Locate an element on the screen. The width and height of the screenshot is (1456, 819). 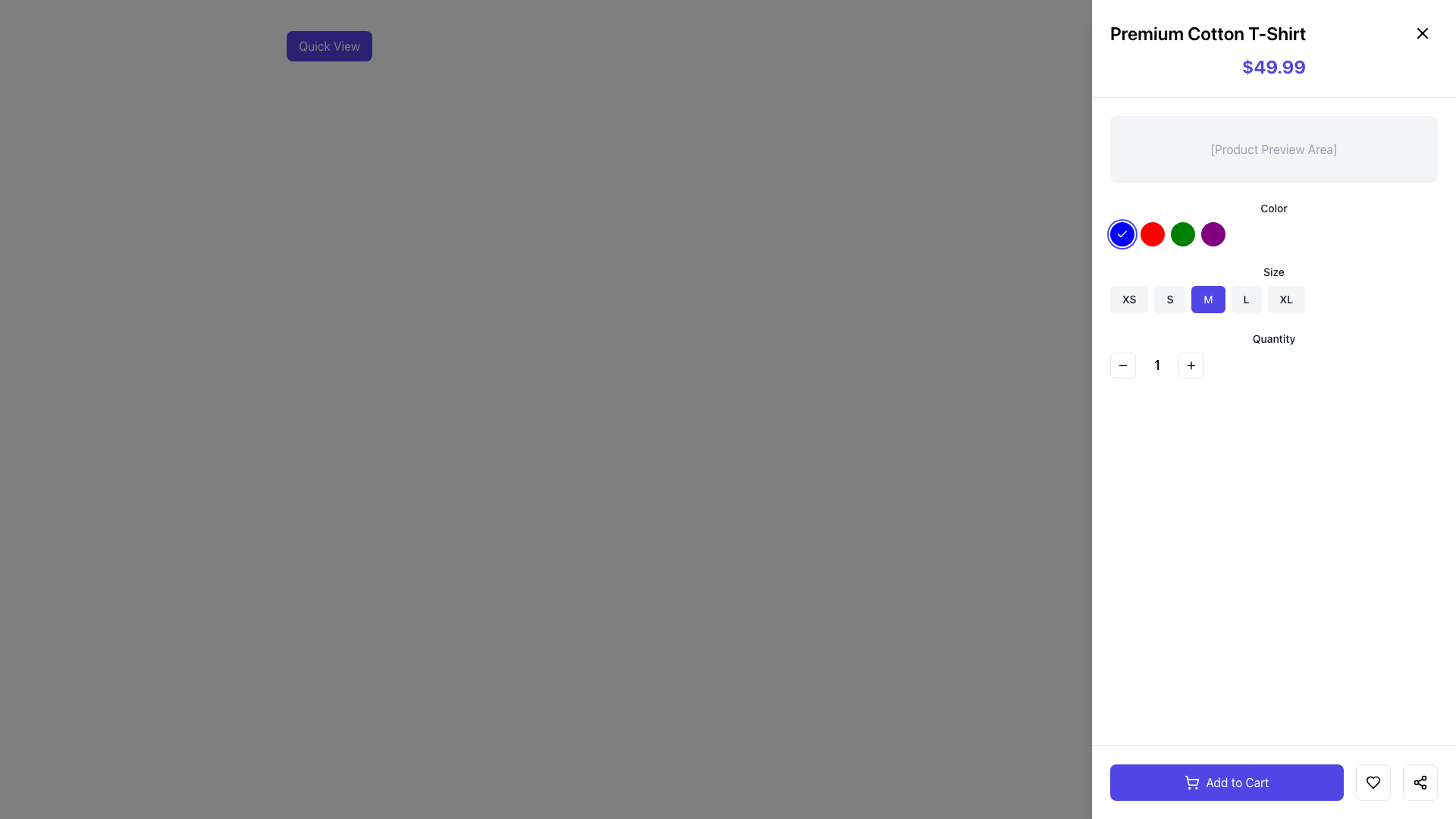
the circular button with a purple background, which is the sixth button in a row of circular buttons is located at coordinates (1212, 234).